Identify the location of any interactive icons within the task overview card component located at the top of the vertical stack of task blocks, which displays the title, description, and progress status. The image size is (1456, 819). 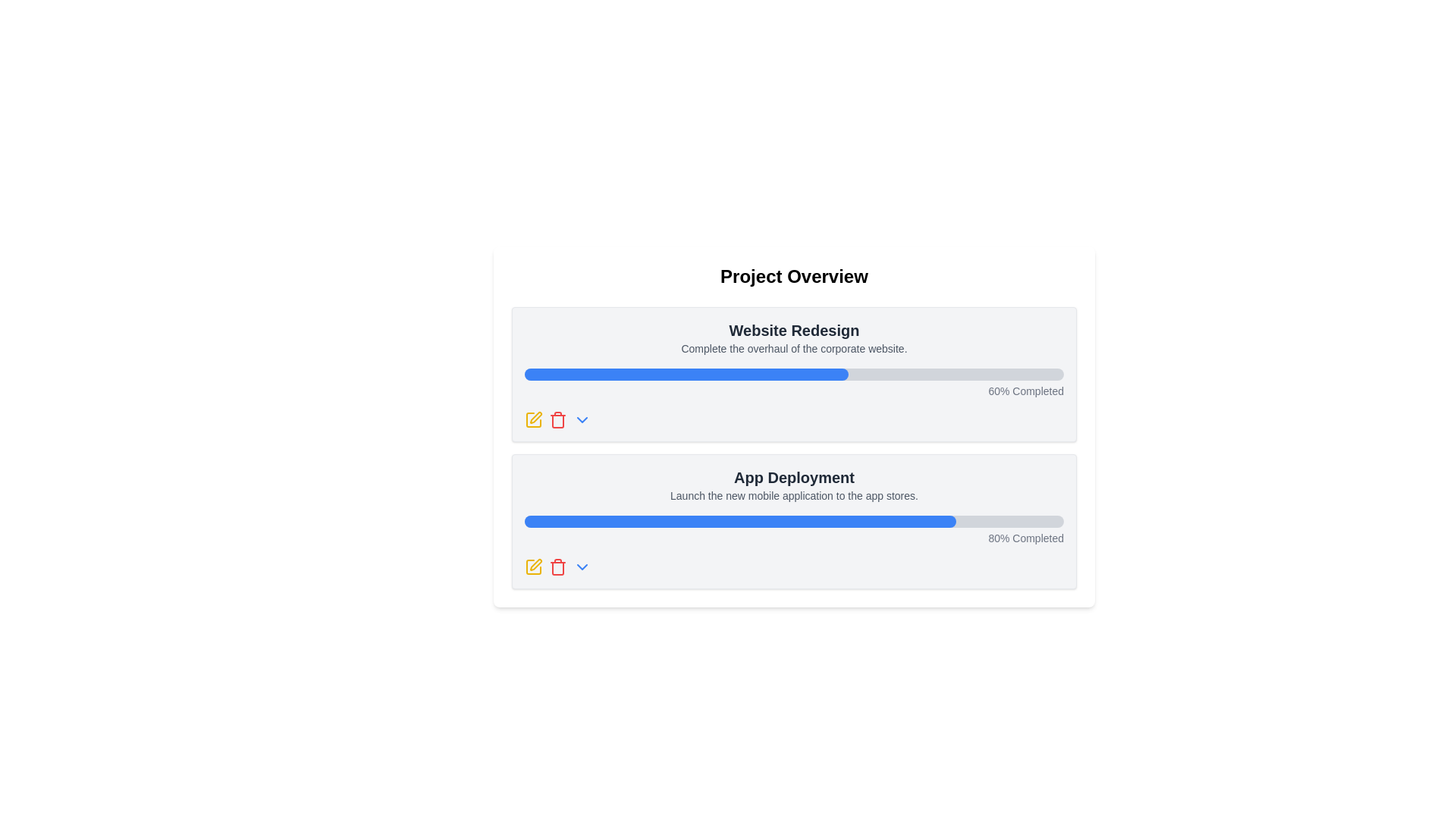
(793, 374).